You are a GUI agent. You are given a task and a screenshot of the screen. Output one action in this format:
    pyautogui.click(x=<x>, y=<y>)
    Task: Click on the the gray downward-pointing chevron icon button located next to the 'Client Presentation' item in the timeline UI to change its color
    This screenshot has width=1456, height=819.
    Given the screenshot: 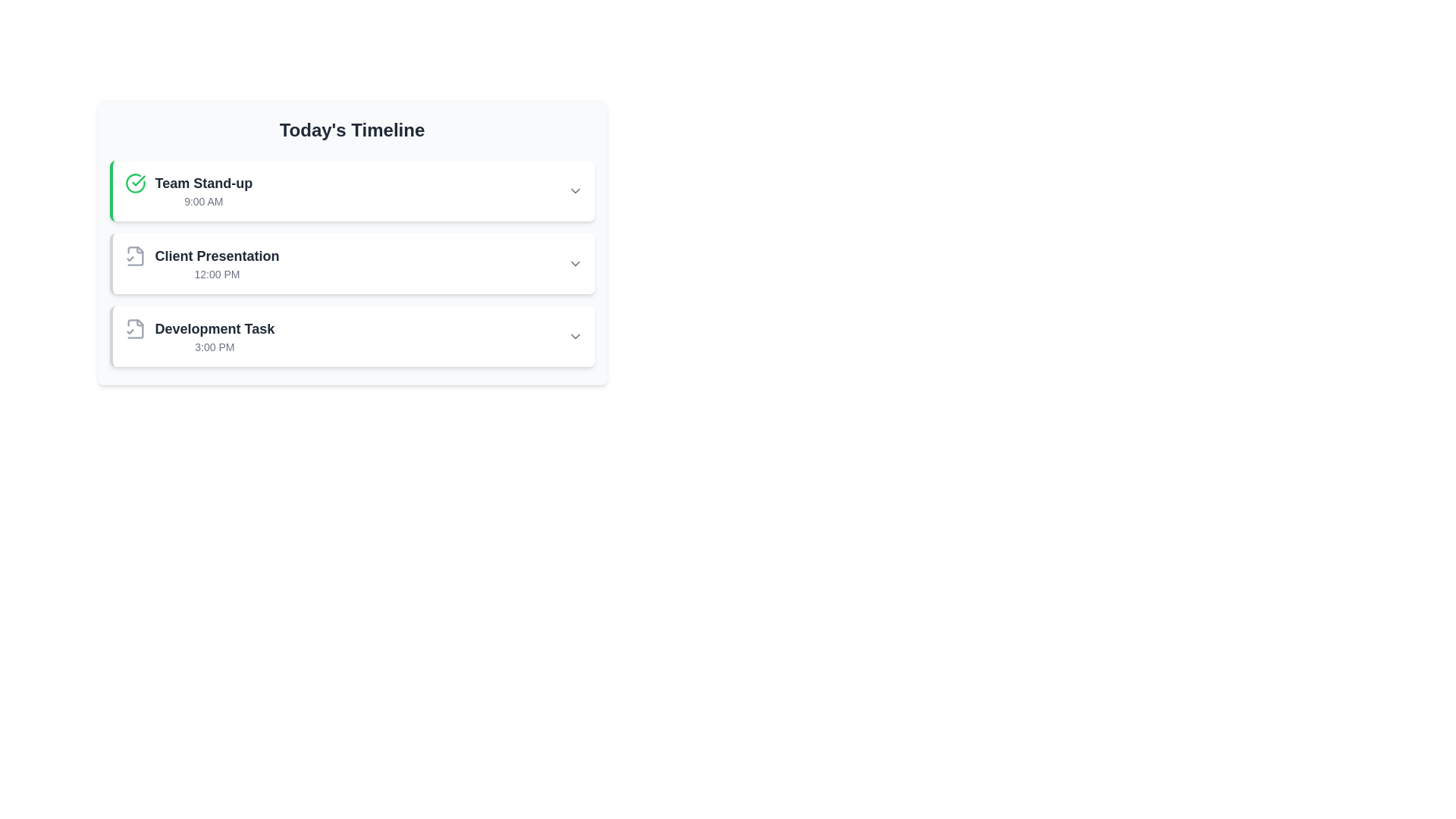 What is the action you would take?
    pyautogui.click(x=574, y=262)
    